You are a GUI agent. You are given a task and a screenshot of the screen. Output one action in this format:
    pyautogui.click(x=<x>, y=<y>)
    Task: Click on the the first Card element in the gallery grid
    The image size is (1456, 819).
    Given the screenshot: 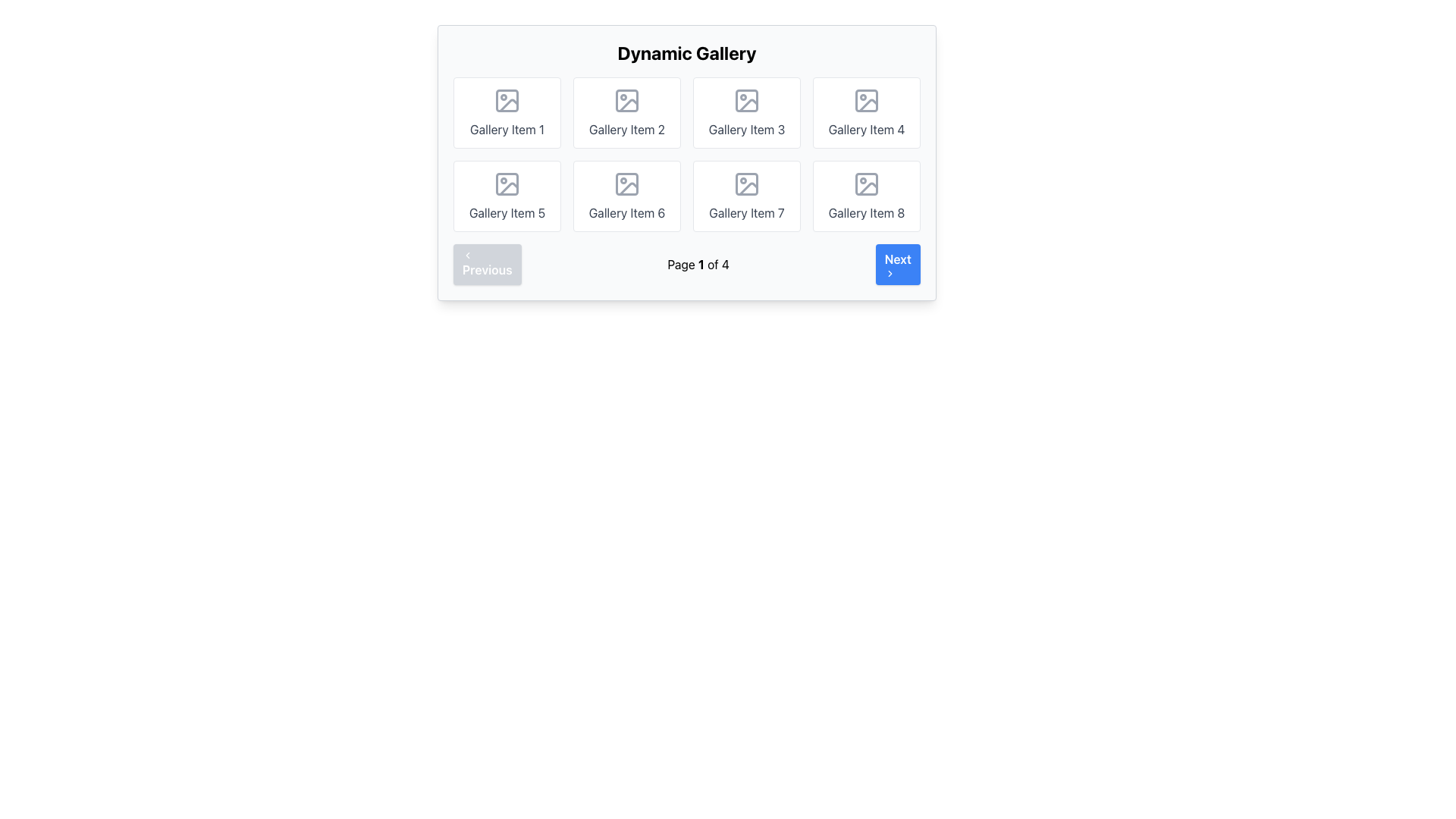 What is the action you would take?
    pyautogui.click(x=507, y=112)
    